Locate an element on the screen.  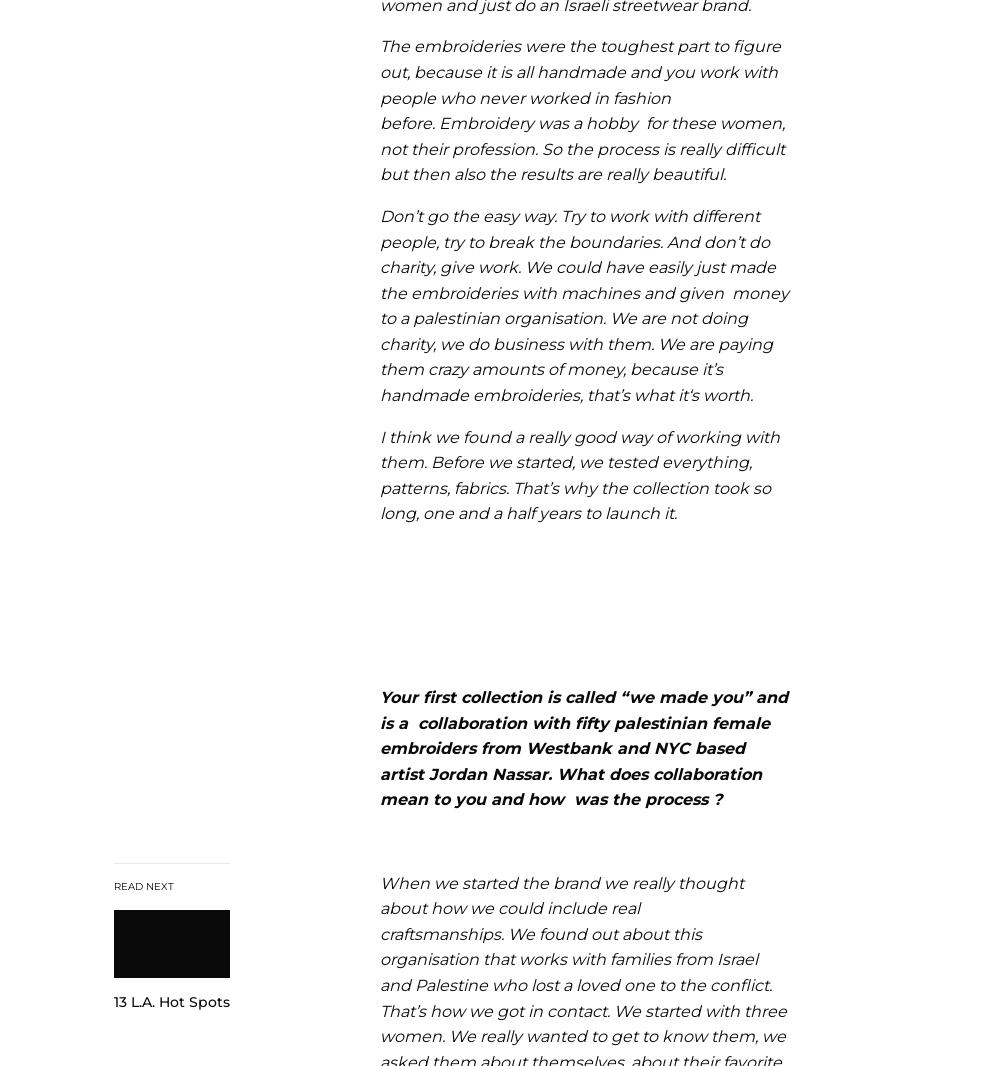
'When we started the brand we really thought about how we could include real craftsmanships.' is located at coordinates (562, 908).